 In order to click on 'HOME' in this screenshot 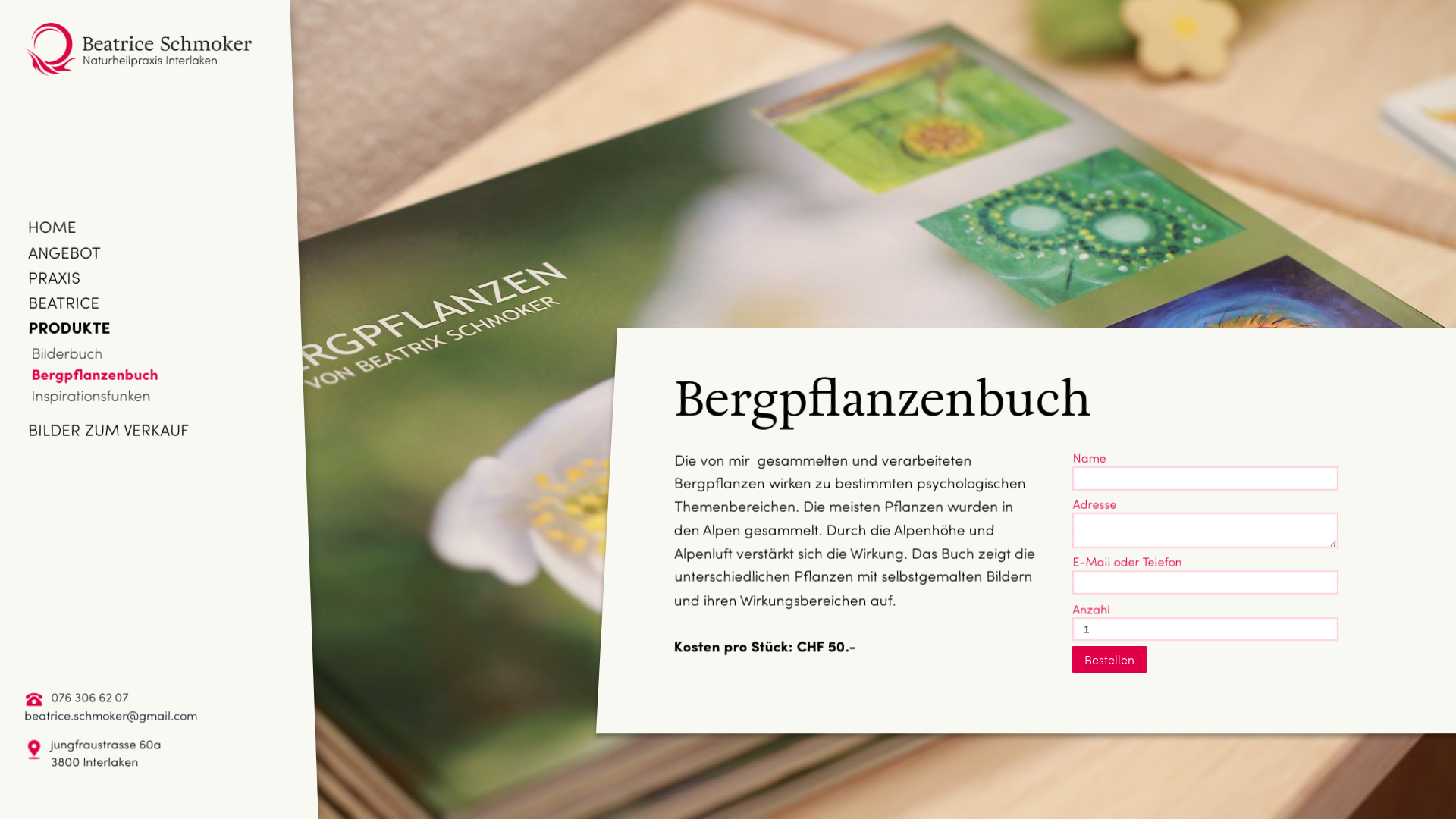, I will do `click(28, 225)`.